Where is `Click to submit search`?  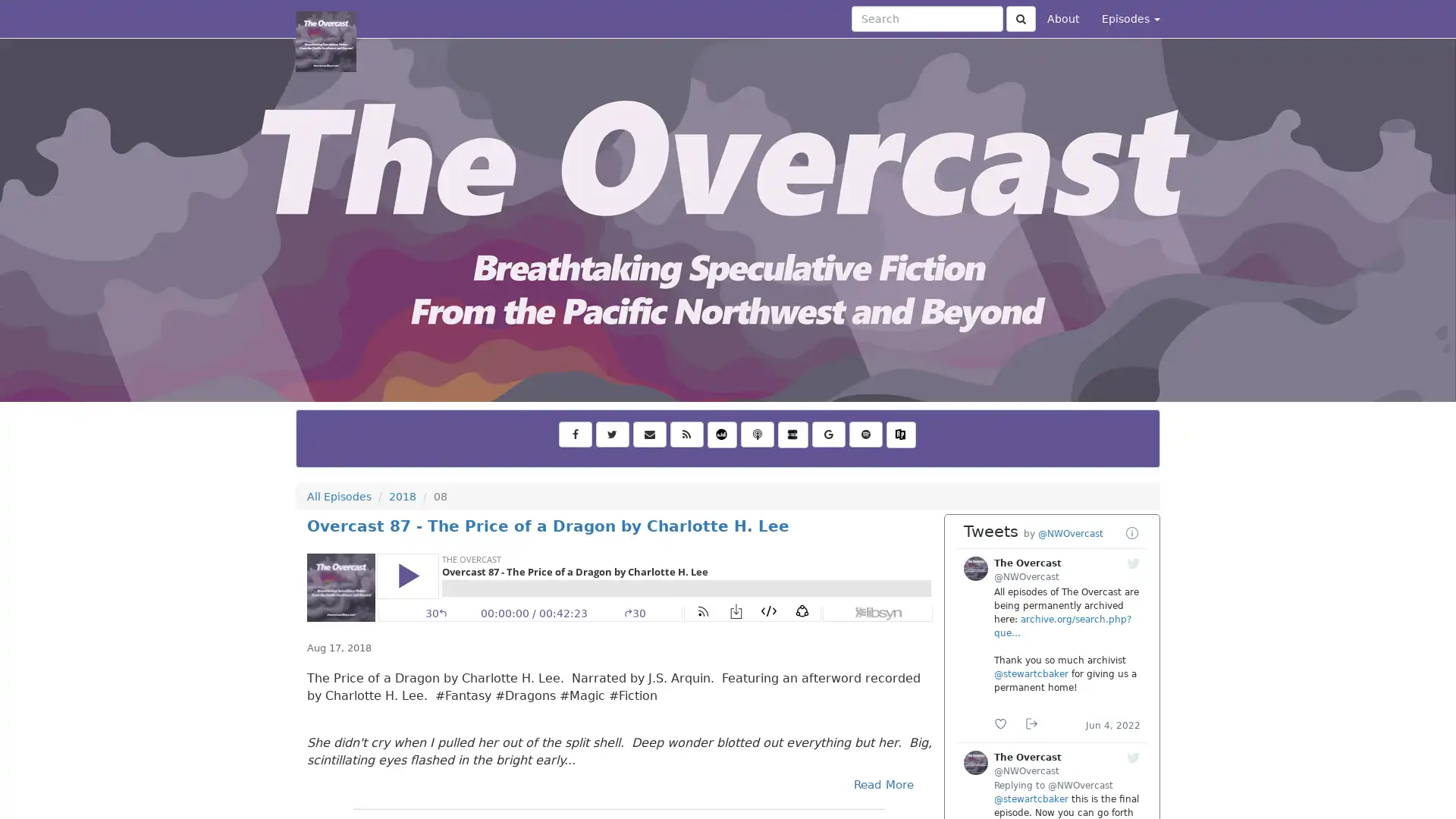
Click to submit search is located at coordinates (1021, 18).